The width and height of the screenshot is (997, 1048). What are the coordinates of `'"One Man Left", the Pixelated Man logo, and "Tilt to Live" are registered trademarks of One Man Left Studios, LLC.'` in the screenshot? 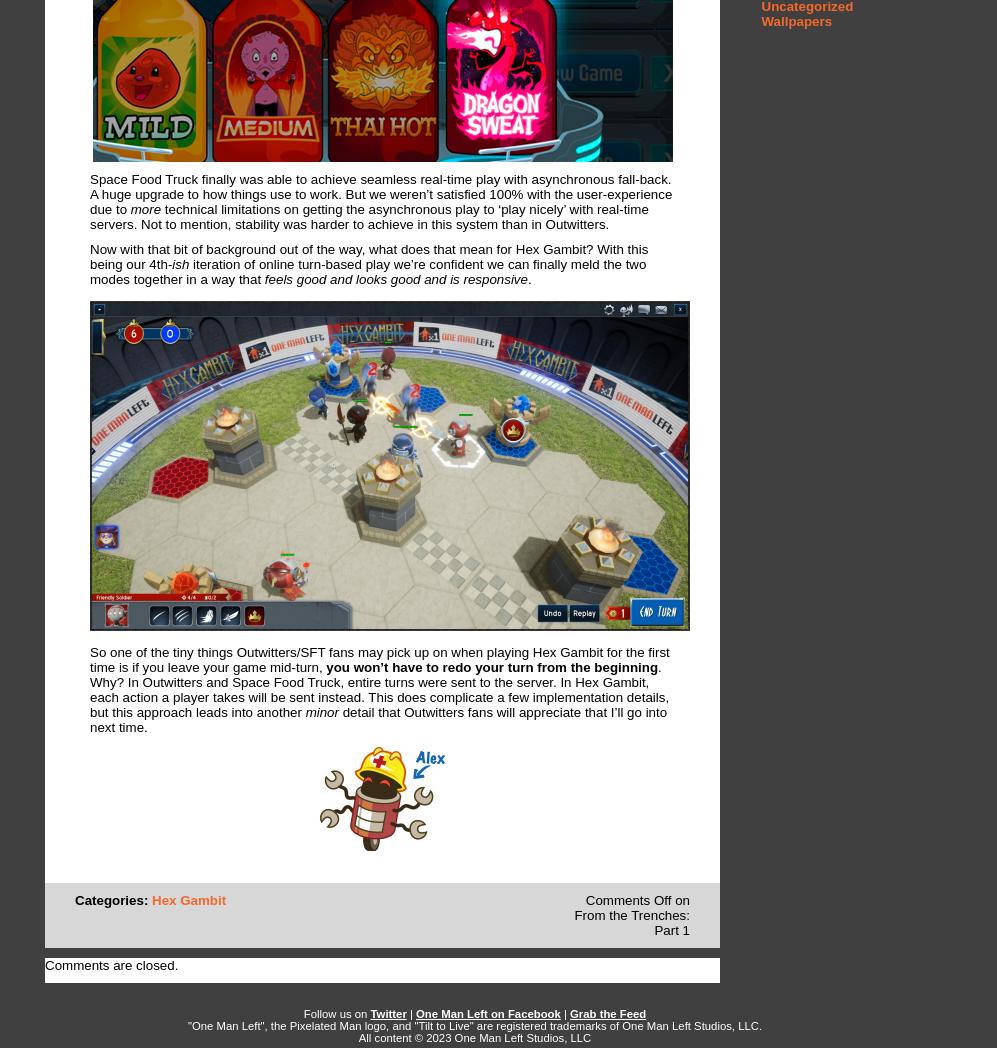 It's located at (474, 1025).